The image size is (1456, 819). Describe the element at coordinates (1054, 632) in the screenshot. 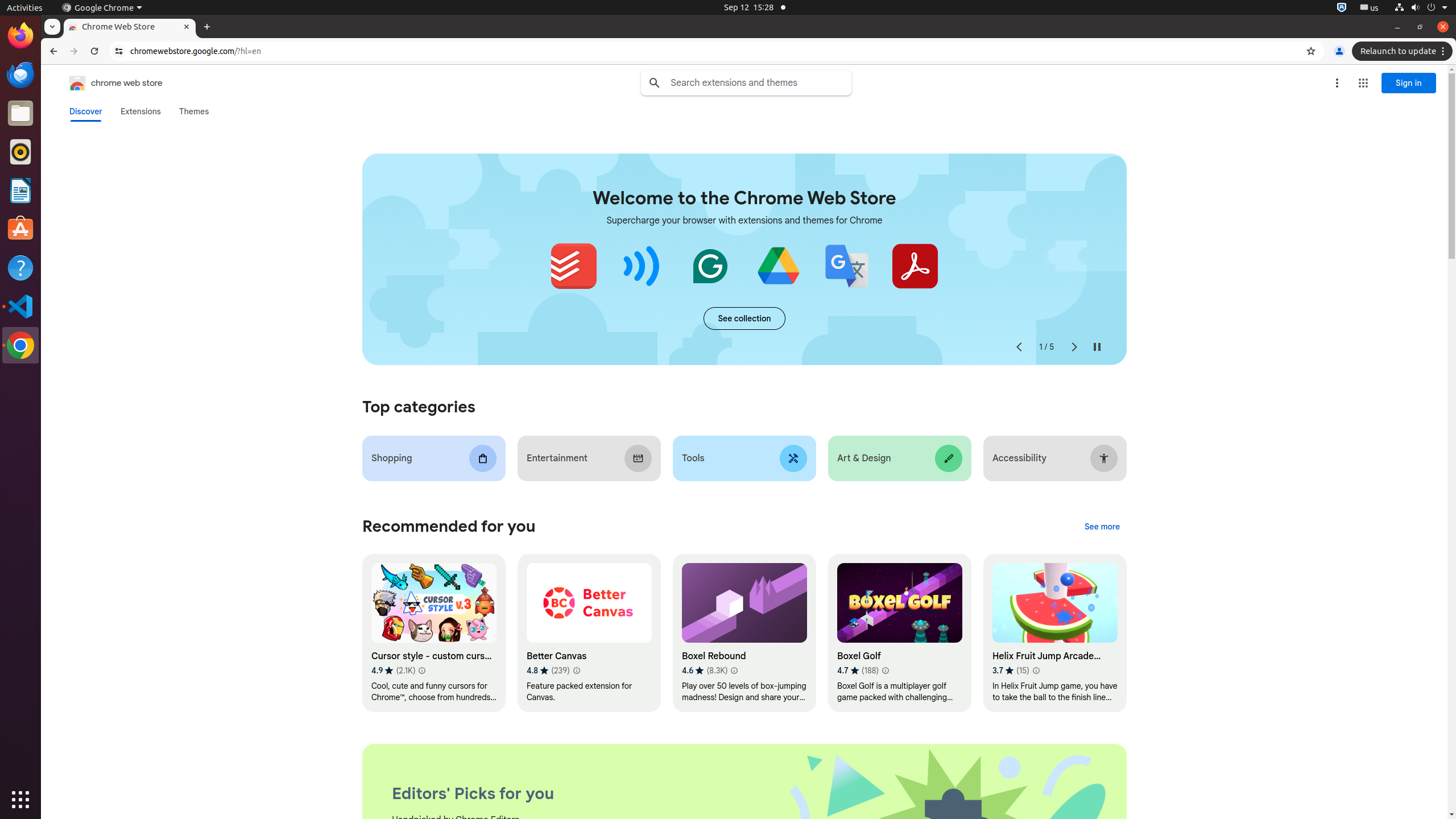

I see `'Helix Fruit Jump Arcade Game'` at that location.